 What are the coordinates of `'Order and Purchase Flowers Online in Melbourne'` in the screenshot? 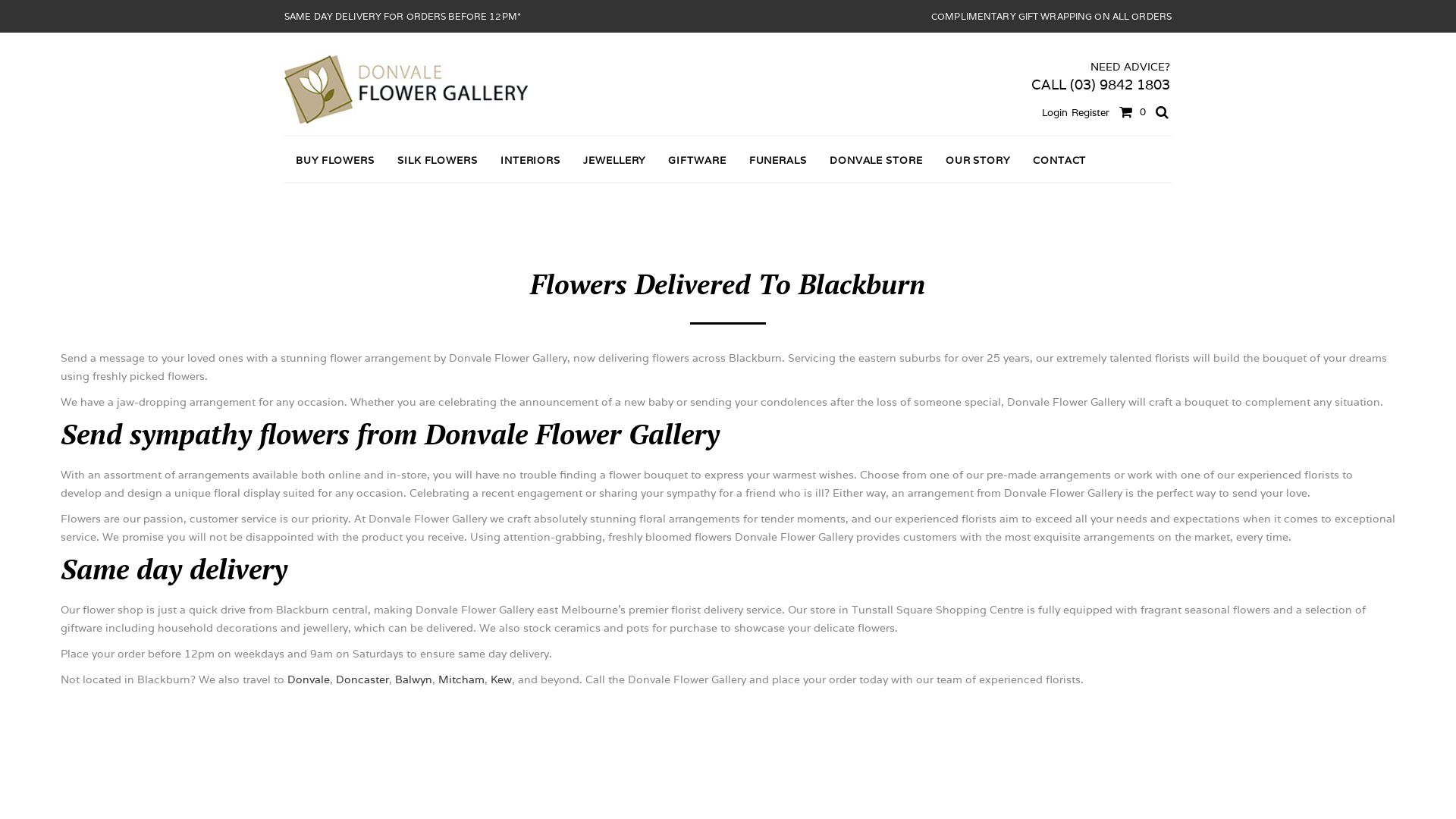 It's located at (406, 89).